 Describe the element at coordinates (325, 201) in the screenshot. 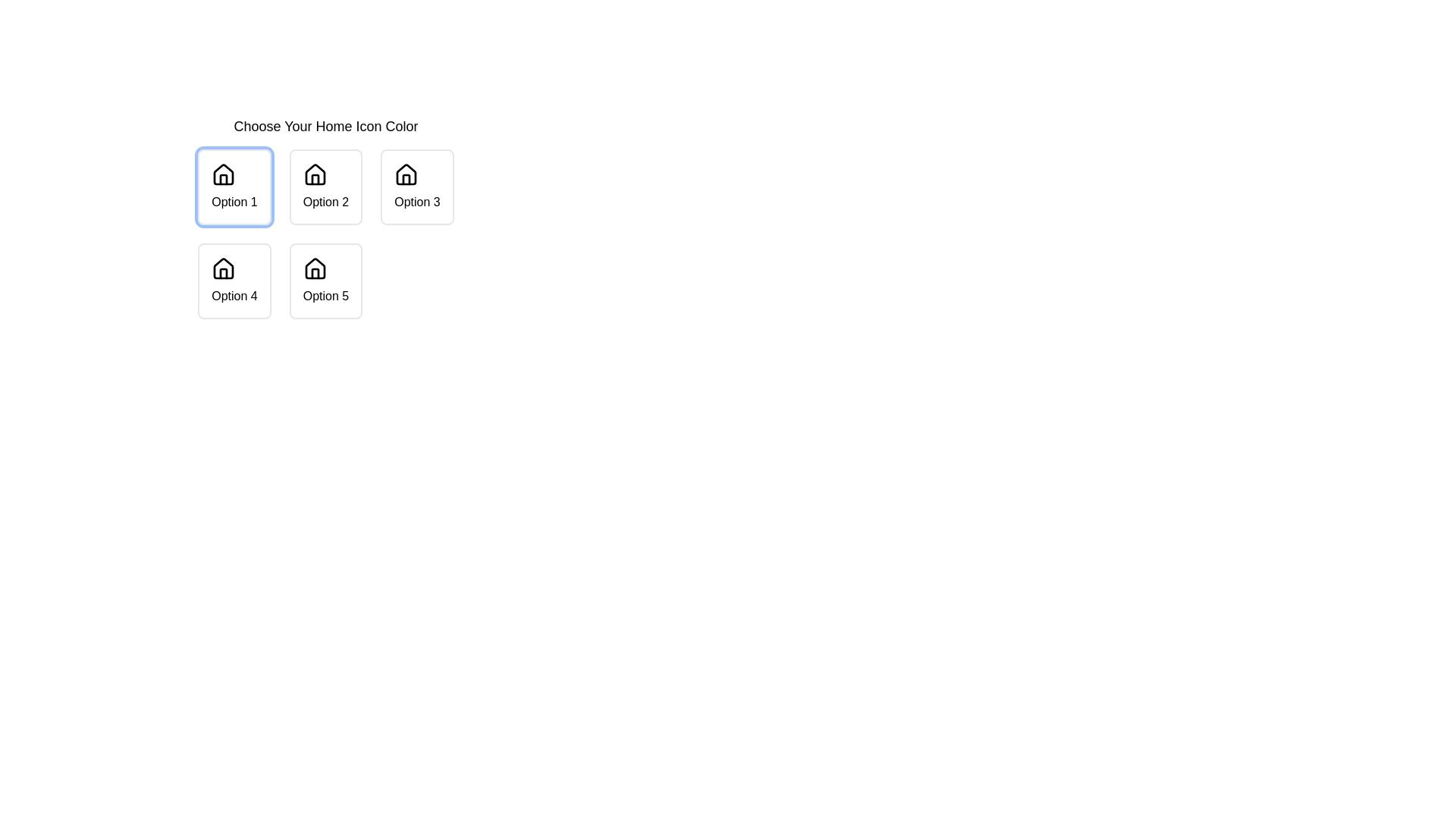

I see `the Text label located in the first row and second column of the grid interface, which identifies the specific option below the house icon graphic` at that location.